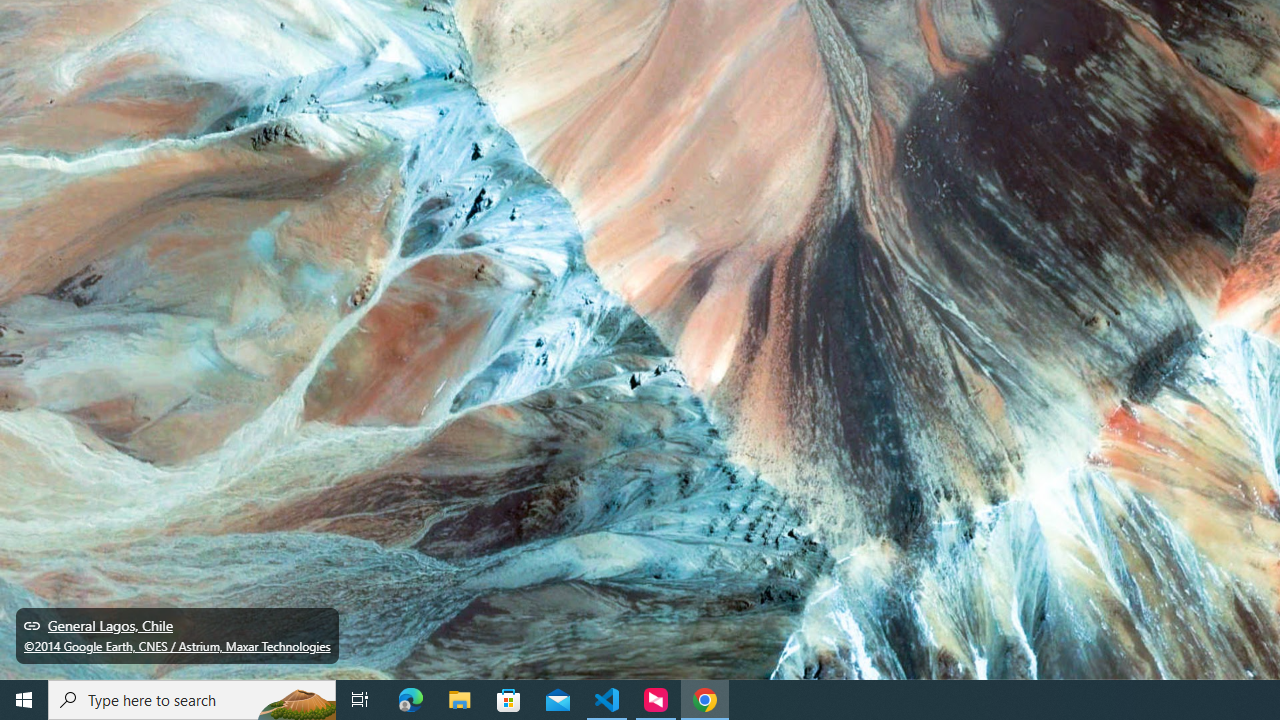 The image size is (1280, 720). What do you see at coordinates (606, 698) in the screenshot?
I see `'Visual Studio Code - 1 running window'` at bounding box center [606, 698].